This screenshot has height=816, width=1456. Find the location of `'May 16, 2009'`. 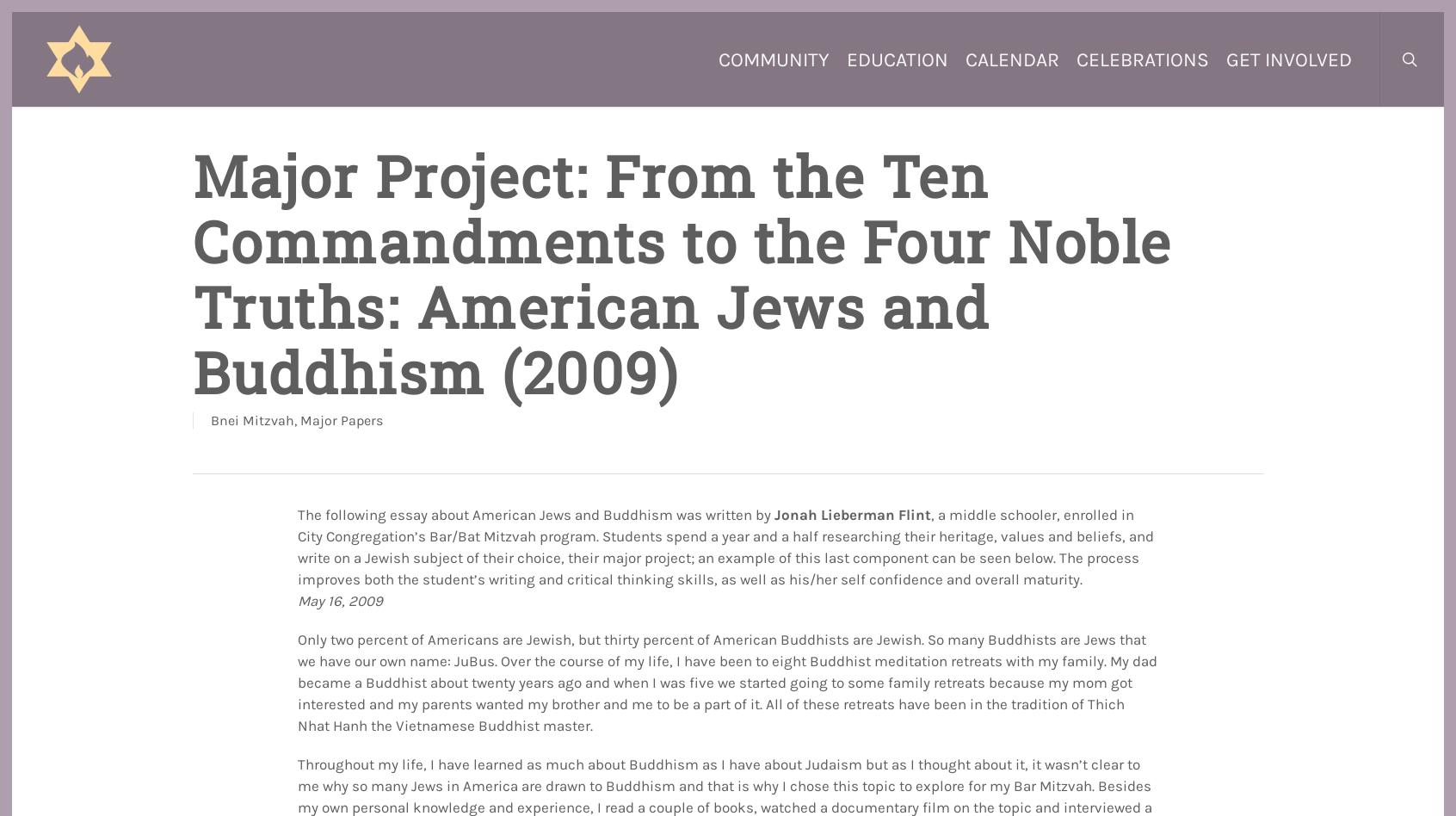

'May 16, 2009' is located at coordinates (340, 600).